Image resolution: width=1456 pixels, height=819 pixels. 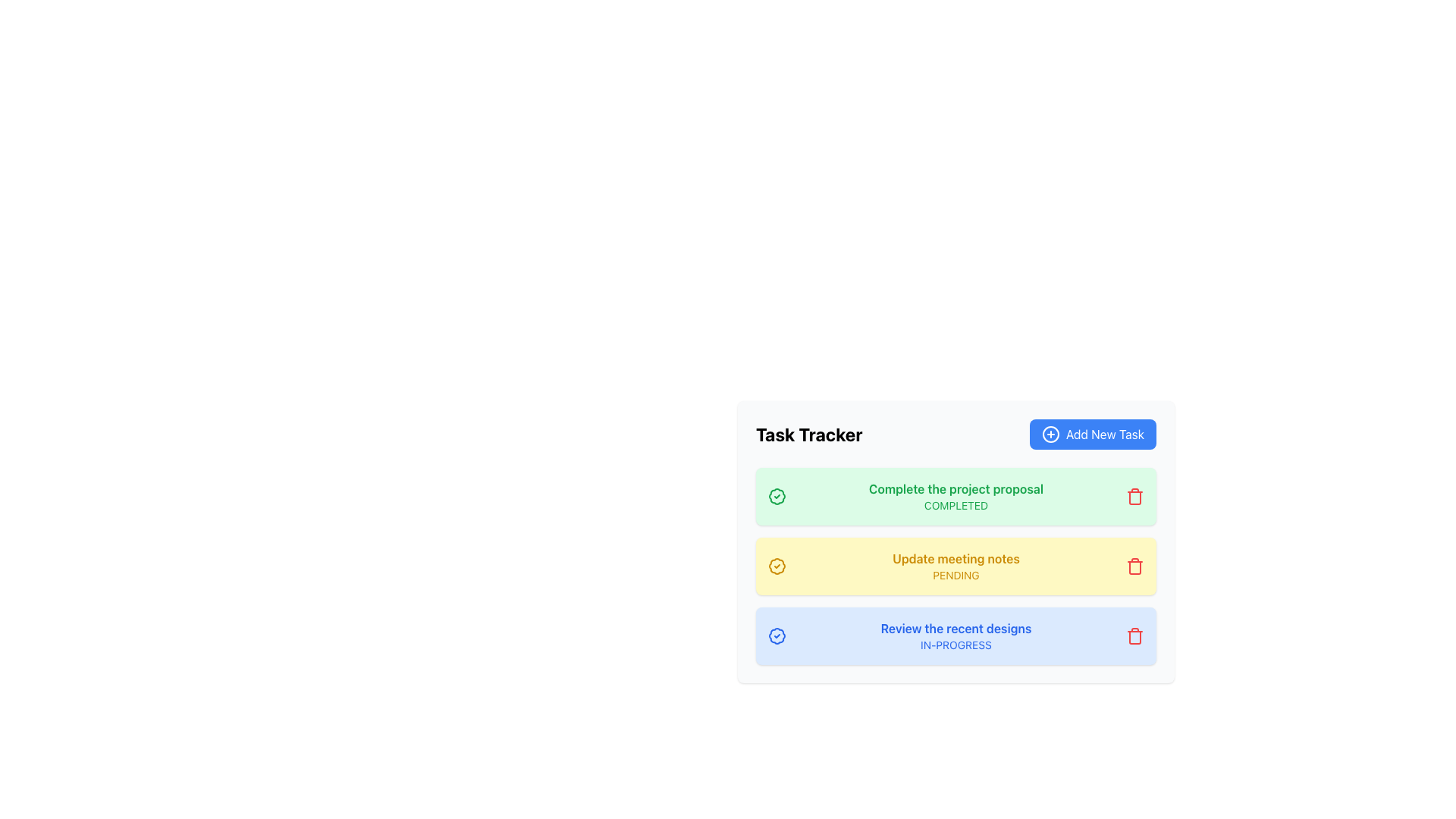 What do you see at coordinates (1093, 435) in the screenshot?
I see `the blue button with rounded corners that contains a plus sign icon and the text 'Add New Task'` at bounding box center [1093, 435].